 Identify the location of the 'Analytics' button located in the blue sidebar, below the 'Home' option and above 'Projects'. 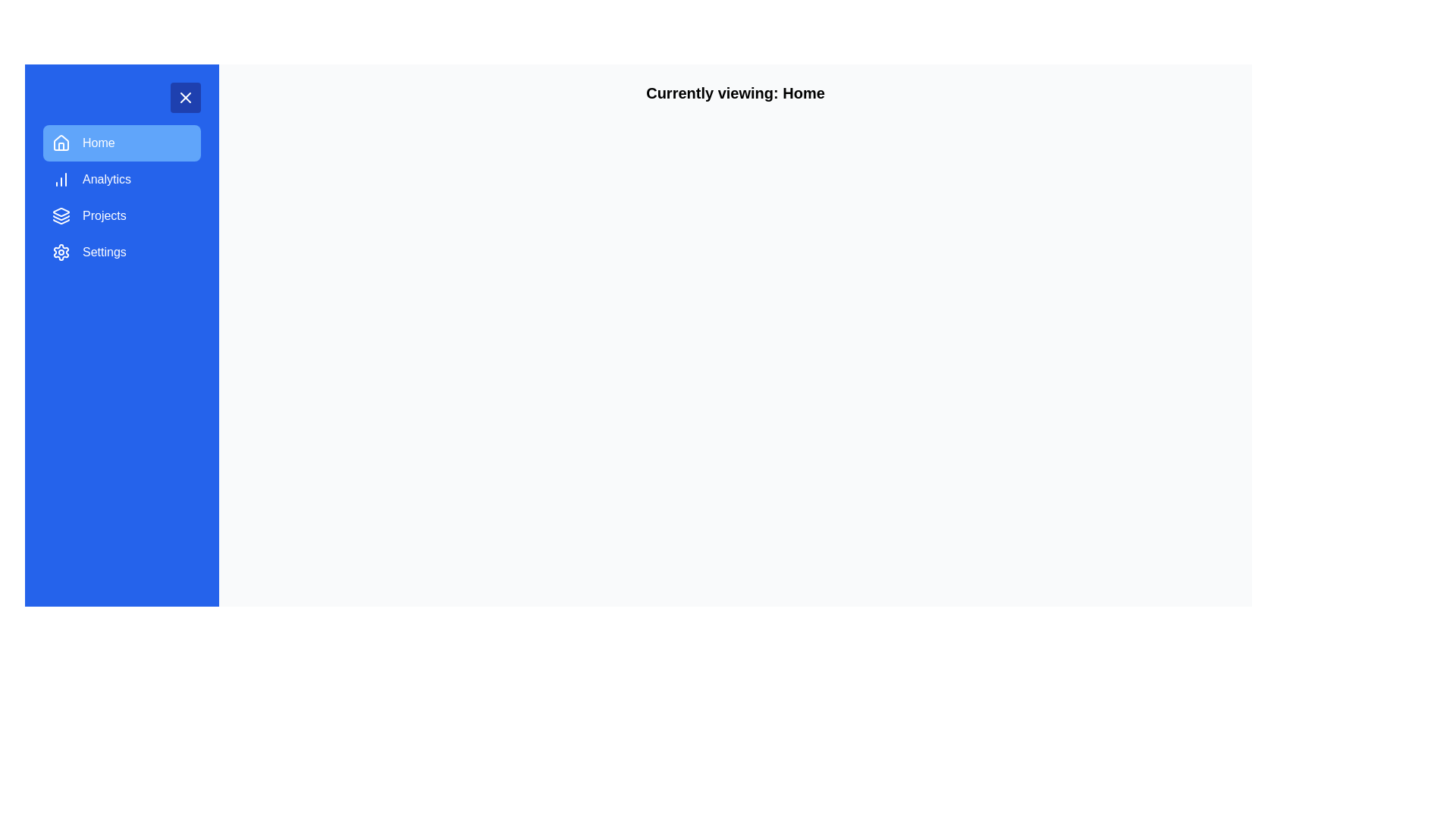
(122, 178).